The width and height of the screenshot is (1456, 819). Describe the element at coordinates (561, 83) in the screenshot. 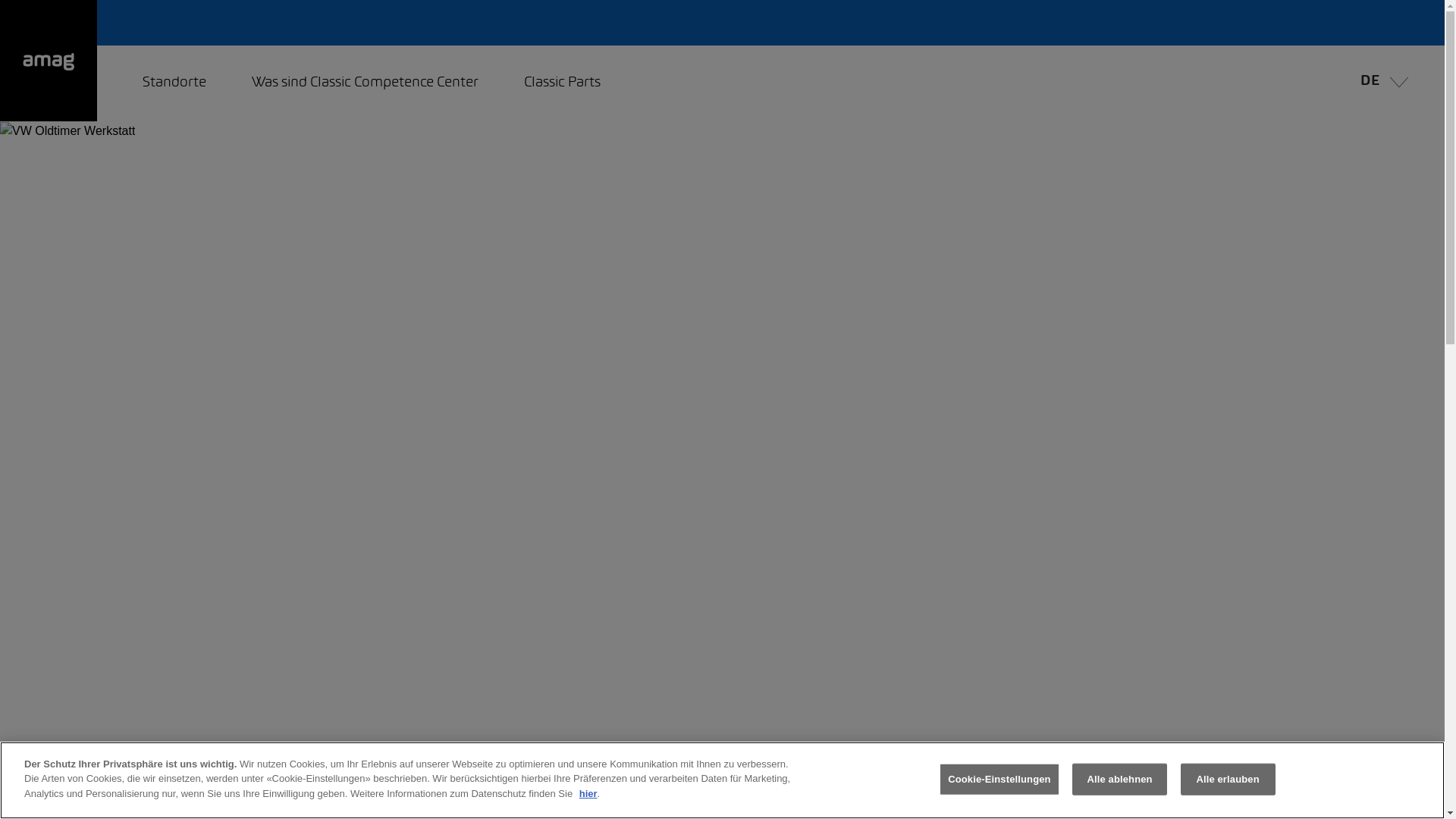

I see `'Classic Parts'` at that location.